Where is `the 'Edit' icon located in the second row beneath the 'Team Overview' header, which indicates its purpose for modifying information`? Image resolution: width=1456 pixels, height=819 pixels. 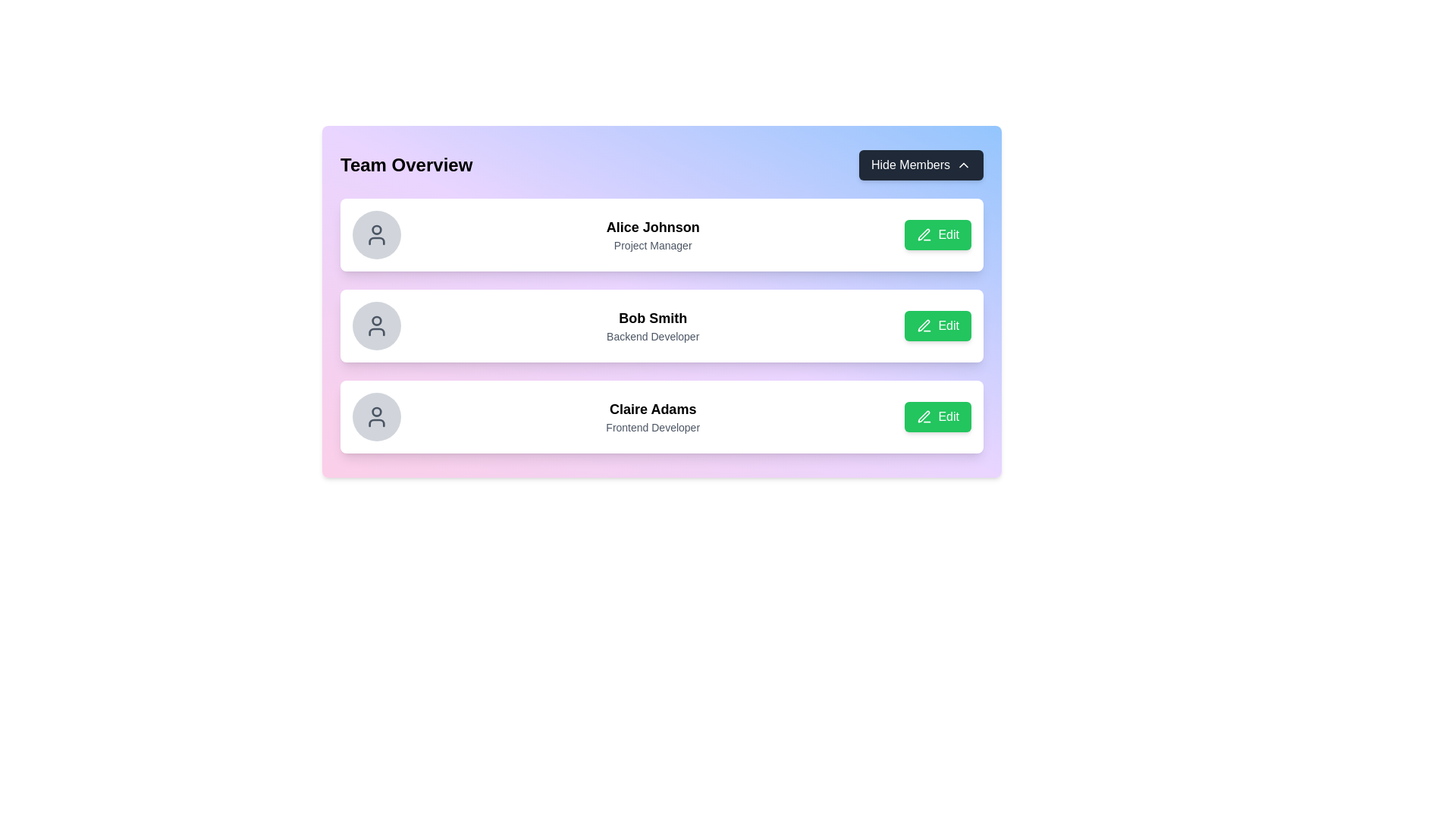 the 'Edit' icon located in the second row beneath the 'Team Overview' header, which indicates its purpose for modifying information is located at coordinates (924, 325).